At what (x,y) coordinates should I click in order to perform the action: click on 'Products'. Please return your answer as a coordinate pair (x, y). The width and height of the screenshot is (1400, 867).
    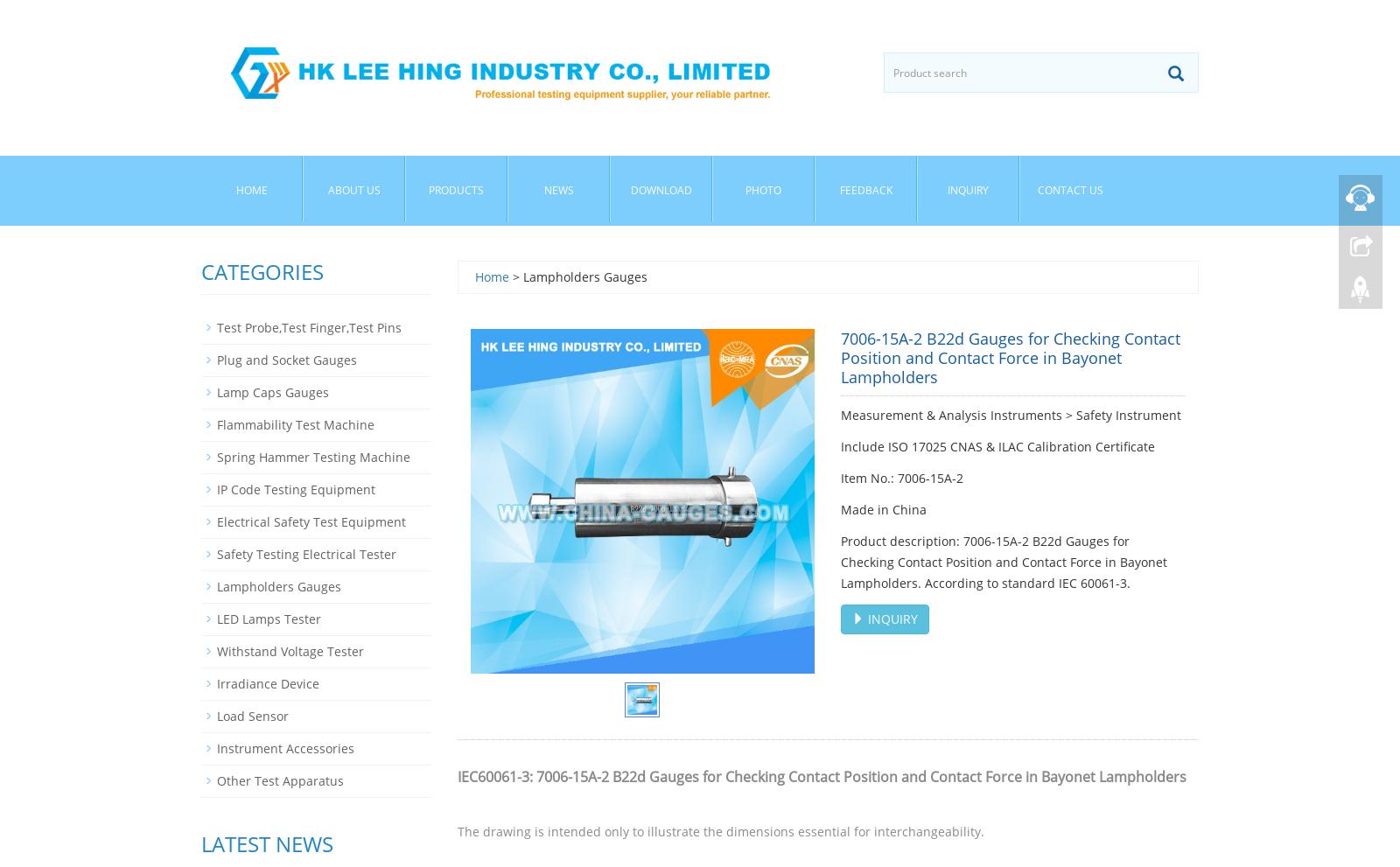
    Looking at the image, I should click on (455, 189).